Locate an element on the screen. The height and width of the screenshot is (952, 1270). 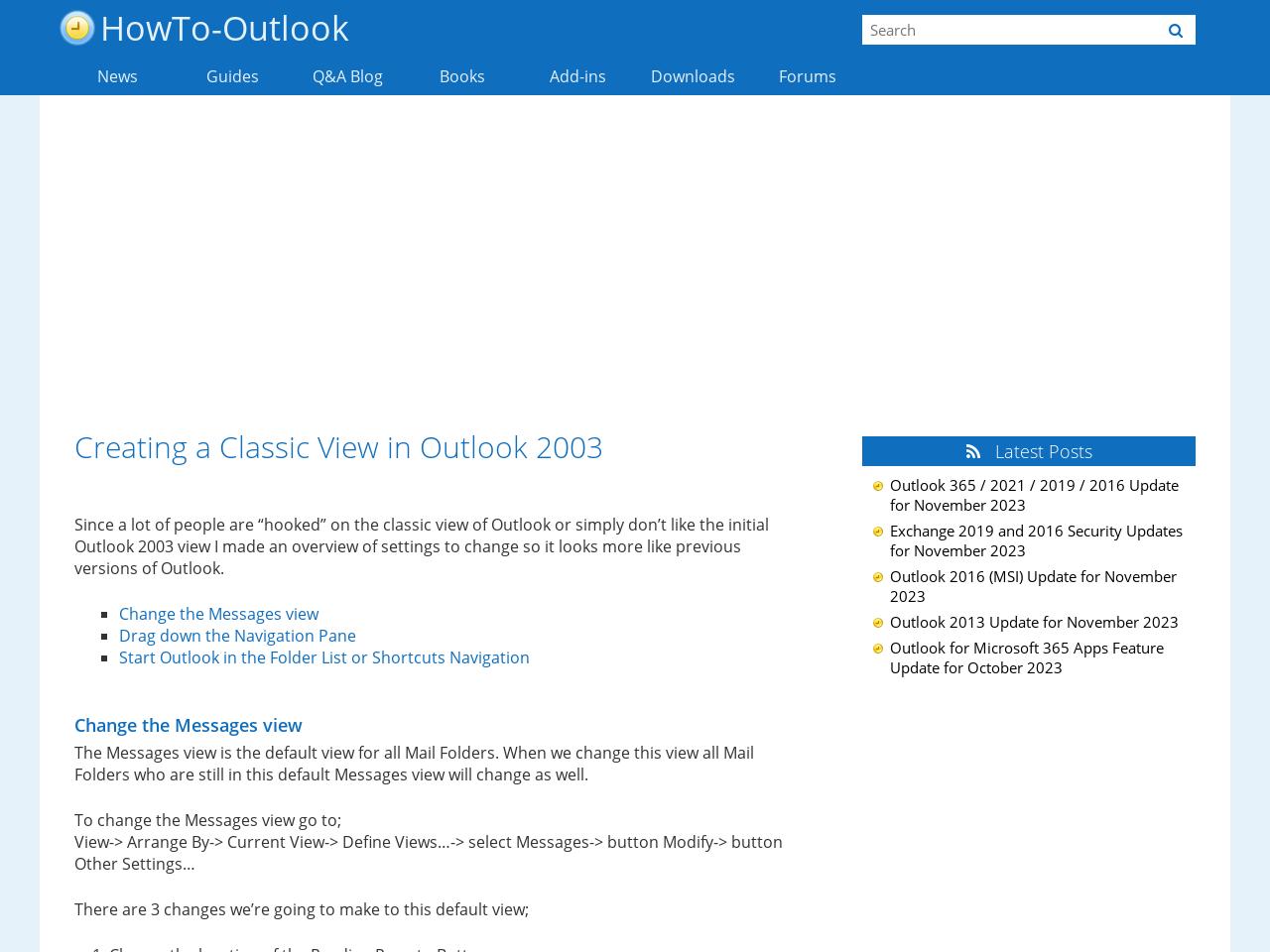
'To change the Messages view go to;' is located at coordinates (207, 820).